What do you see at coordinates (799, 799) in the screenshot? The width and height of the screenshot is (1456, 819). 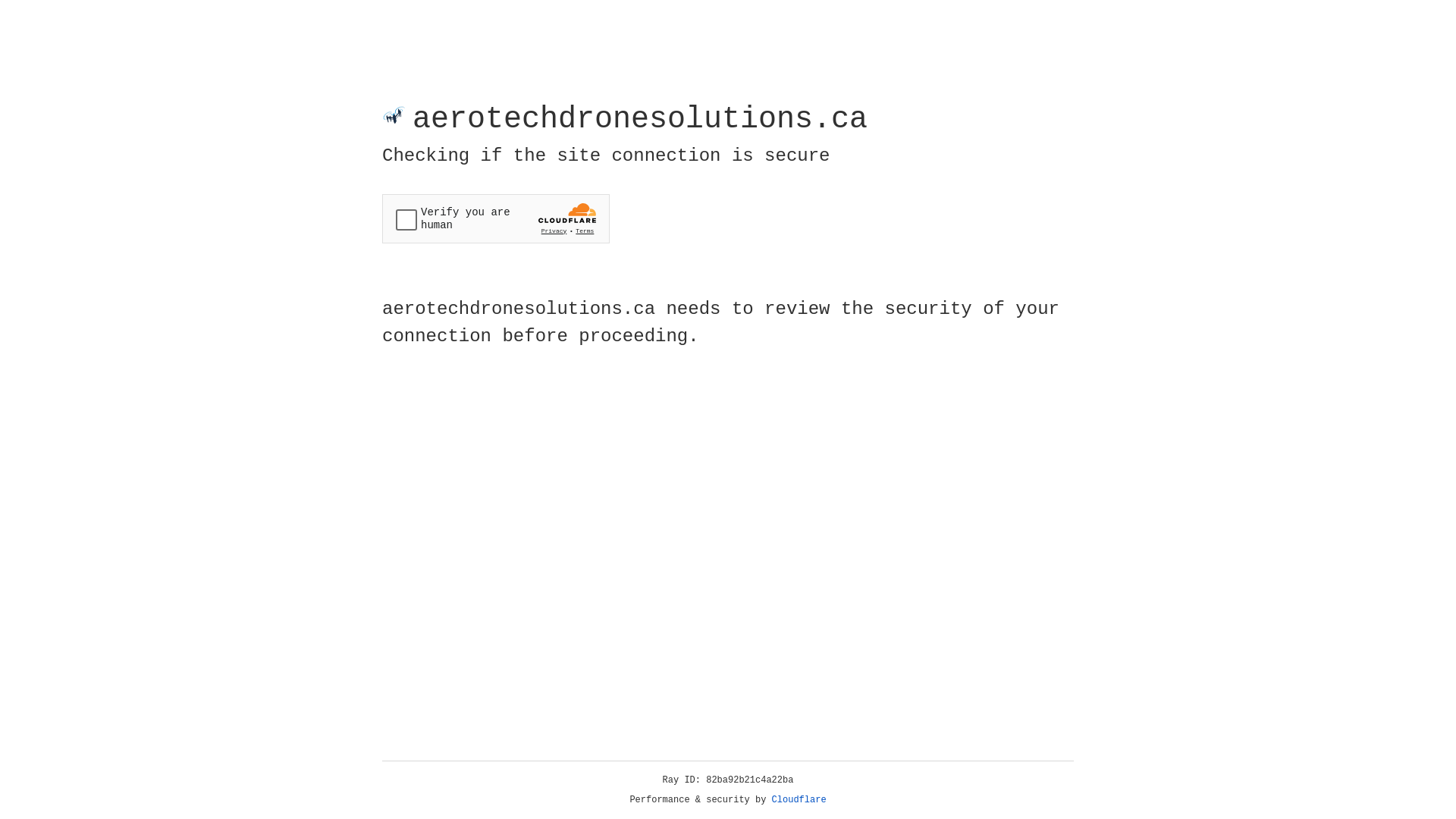 I see `'Cloudflare'` at bounding box center [799, 799].